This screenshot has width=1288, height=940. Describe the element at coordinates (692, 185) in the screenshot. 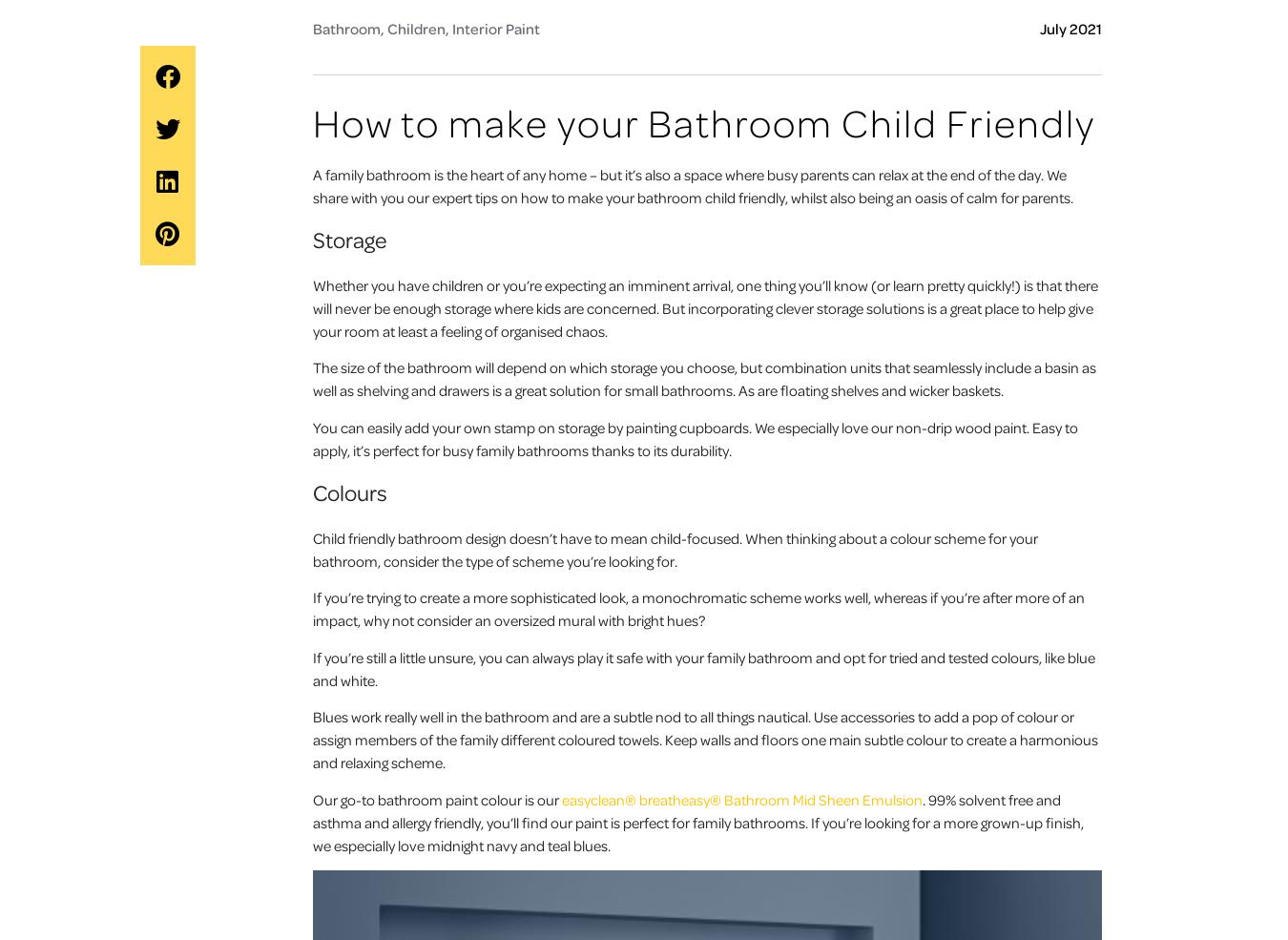

I see `'A family bathroom is the heart of any home – but it’s also a space where busy parents can relax at the end of the day. We share with you our expert tips on how to make your bathroom child friendly, whilst also being an oasis of calm for parents.'` at that location.